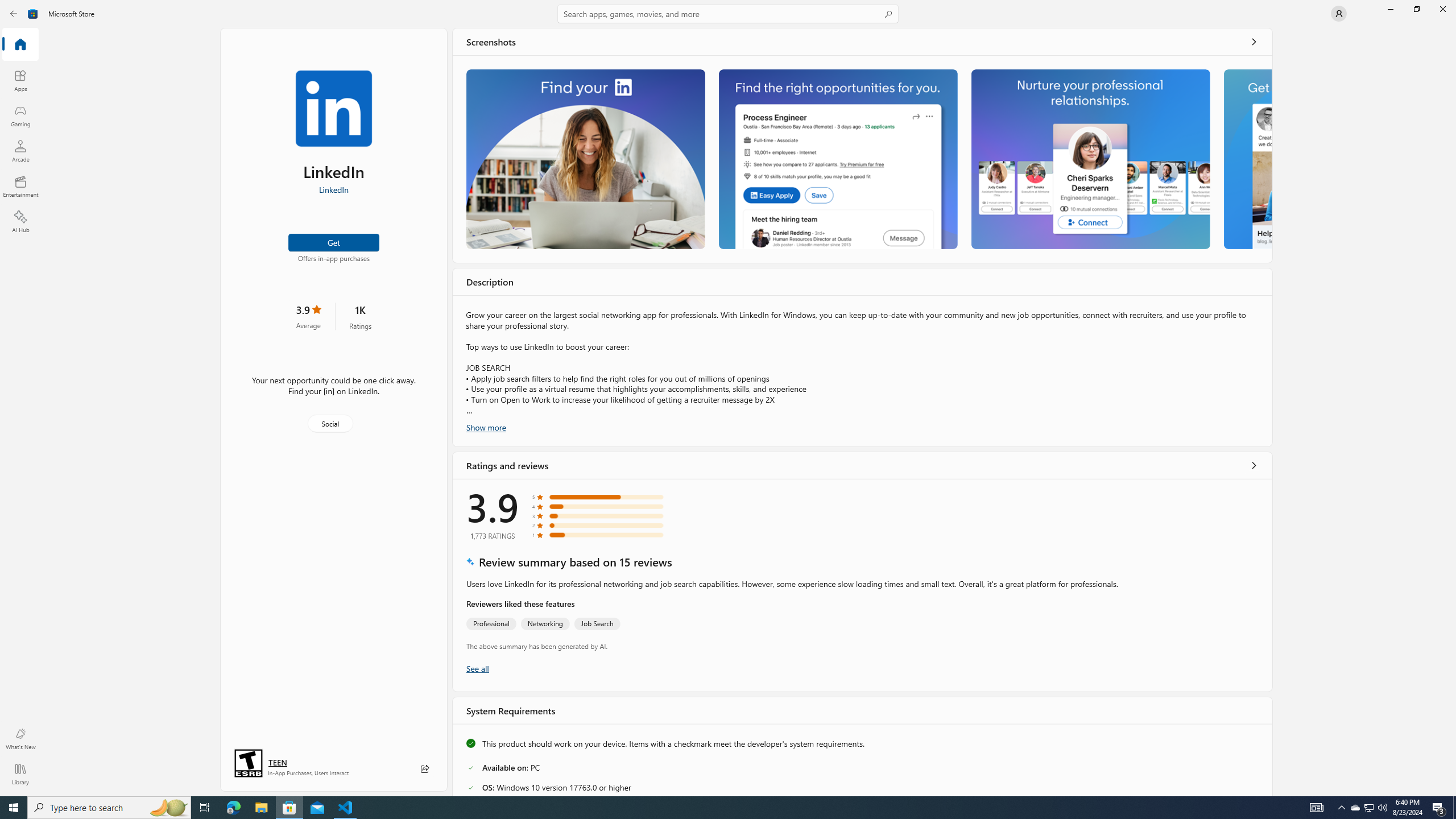 This screenshot has width=1456, height=819. What do you see at coordinates (585, 159) in the screenshot?
I see `'Screenshot 1'` at bounding box center [585, 159].